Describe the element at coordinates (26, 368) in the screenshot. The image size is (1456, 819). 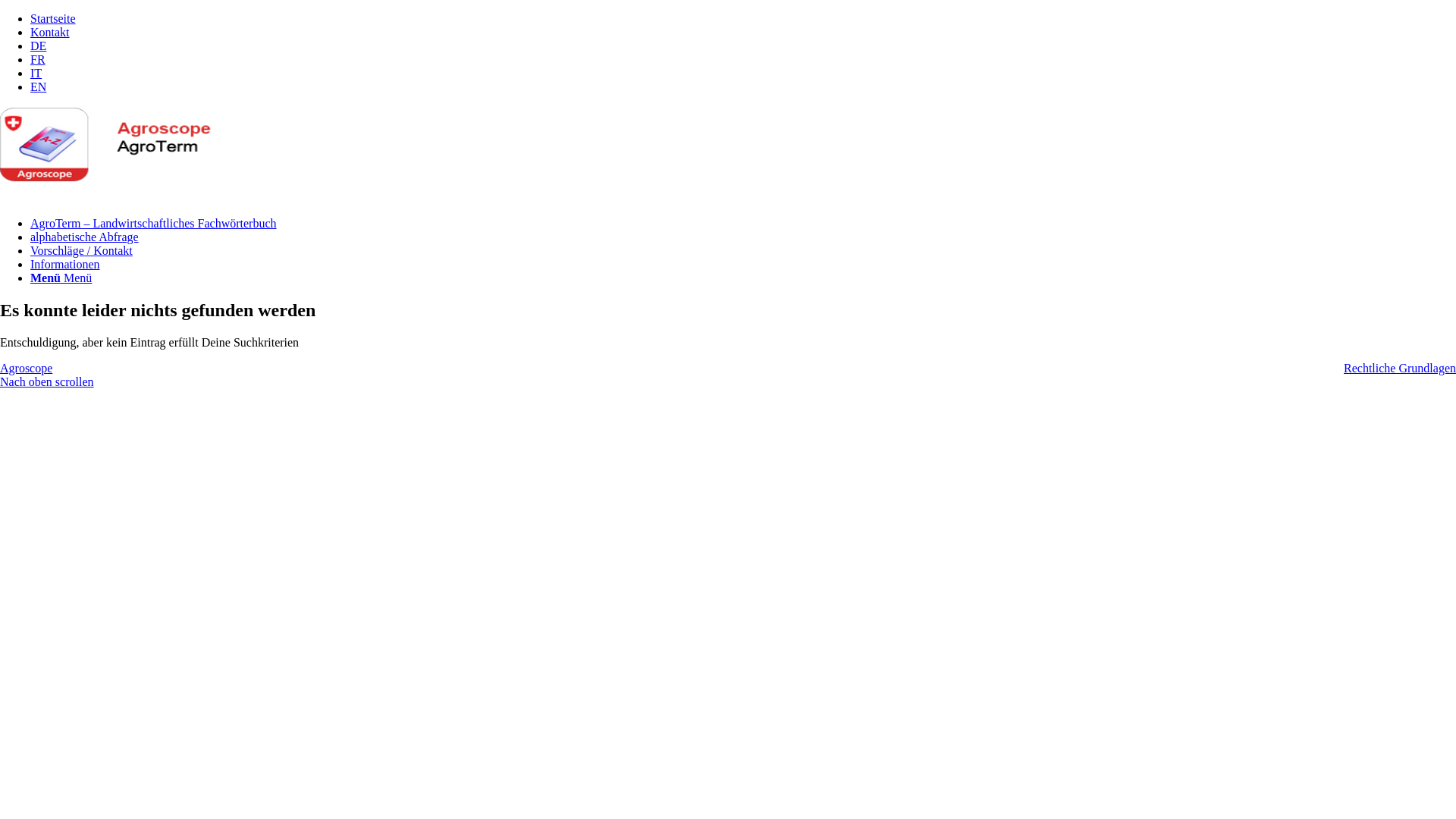
I see `'Agroscope'` at that location.